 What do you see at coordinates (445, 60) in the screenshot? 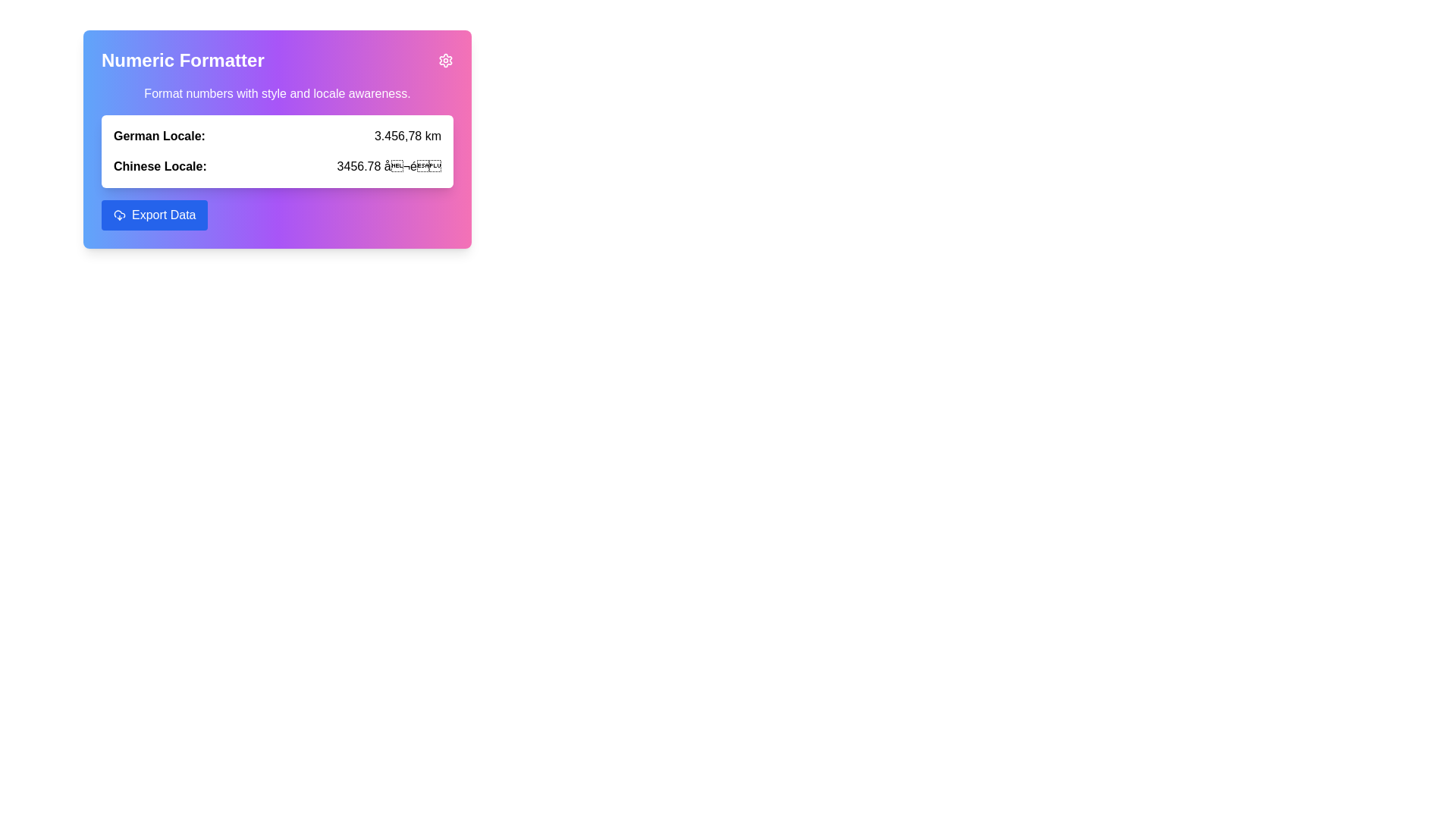
I see `the settings icon located at the top-right corner of the 'Numeric Formatter' section` at bounding box center [445, 60].